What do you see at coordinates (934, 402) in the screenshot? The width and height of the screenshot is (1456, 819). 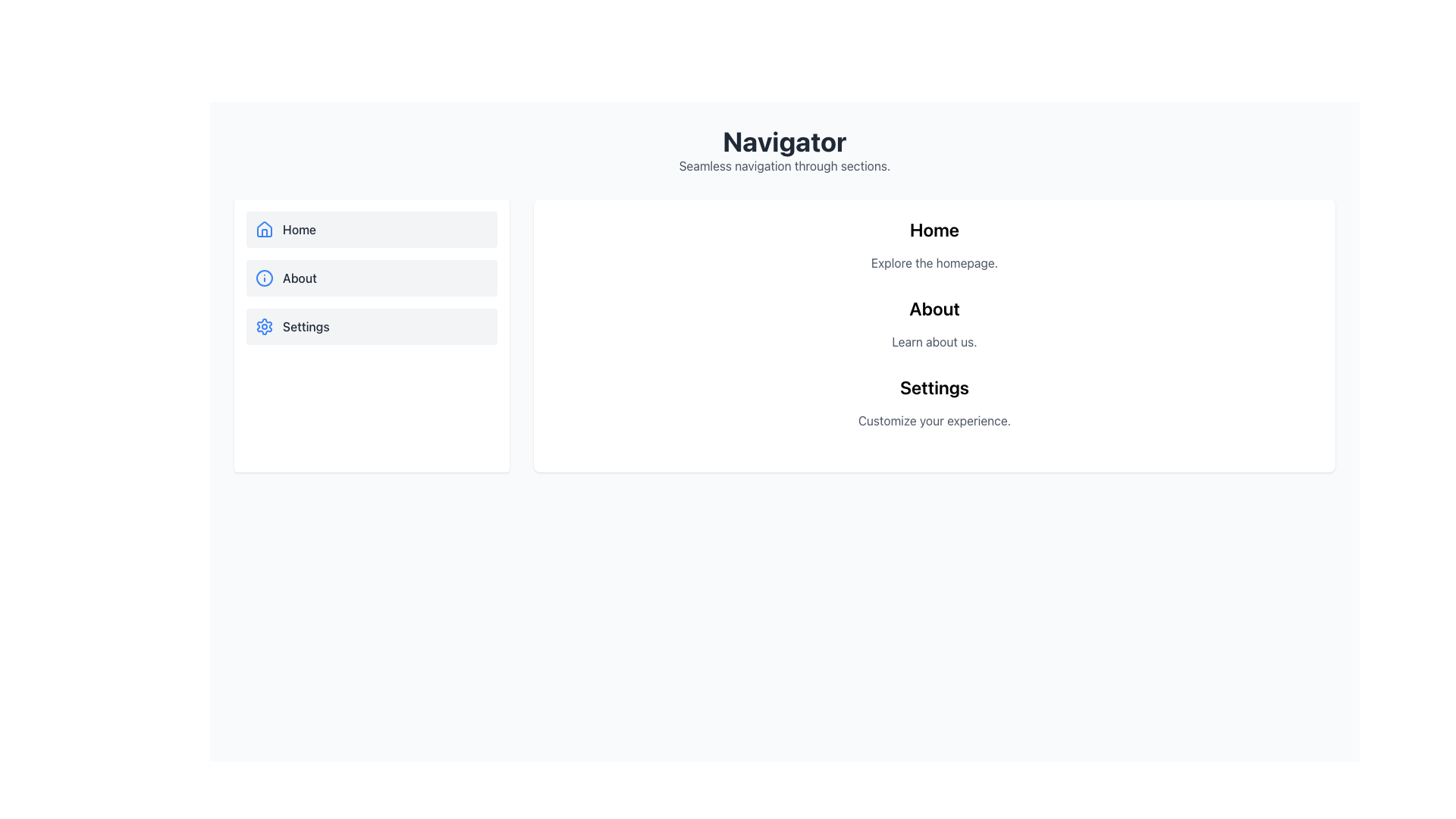 I see `the 'Settings' header element, which is the third item in a vertical list of sections` at bounding box center [934, 402].